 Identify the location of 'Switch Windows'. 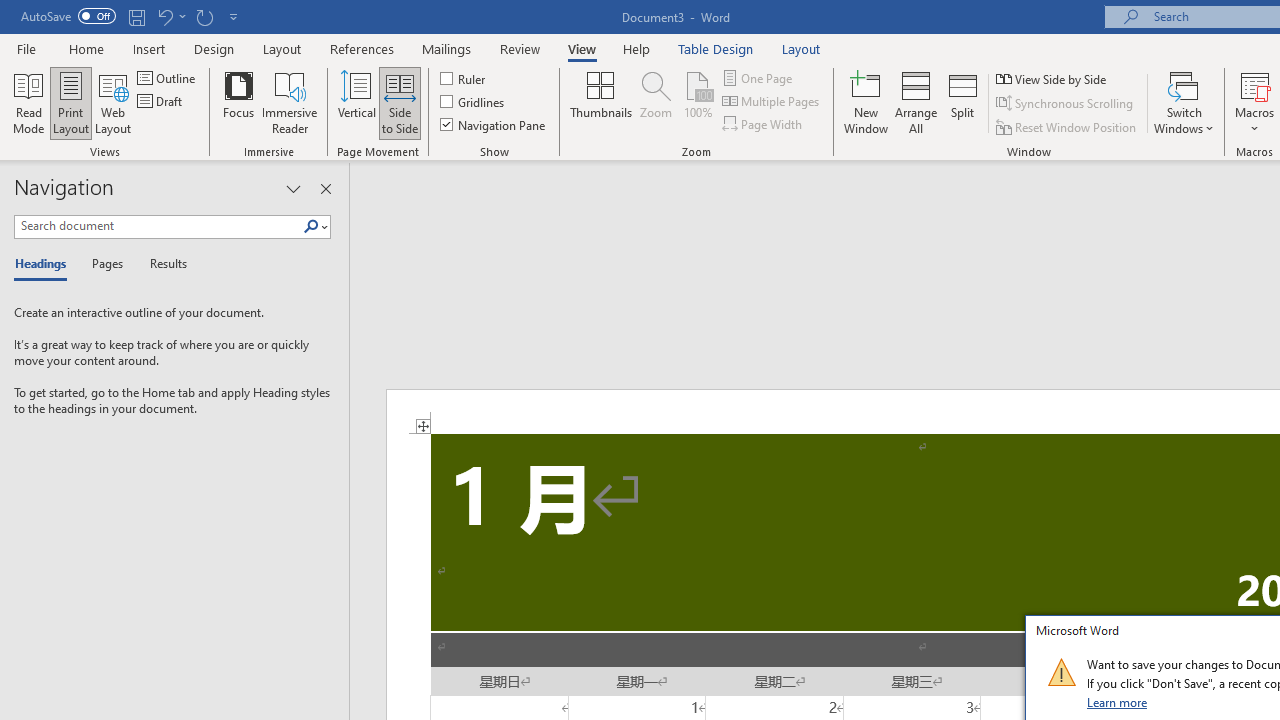
(1184, 103).